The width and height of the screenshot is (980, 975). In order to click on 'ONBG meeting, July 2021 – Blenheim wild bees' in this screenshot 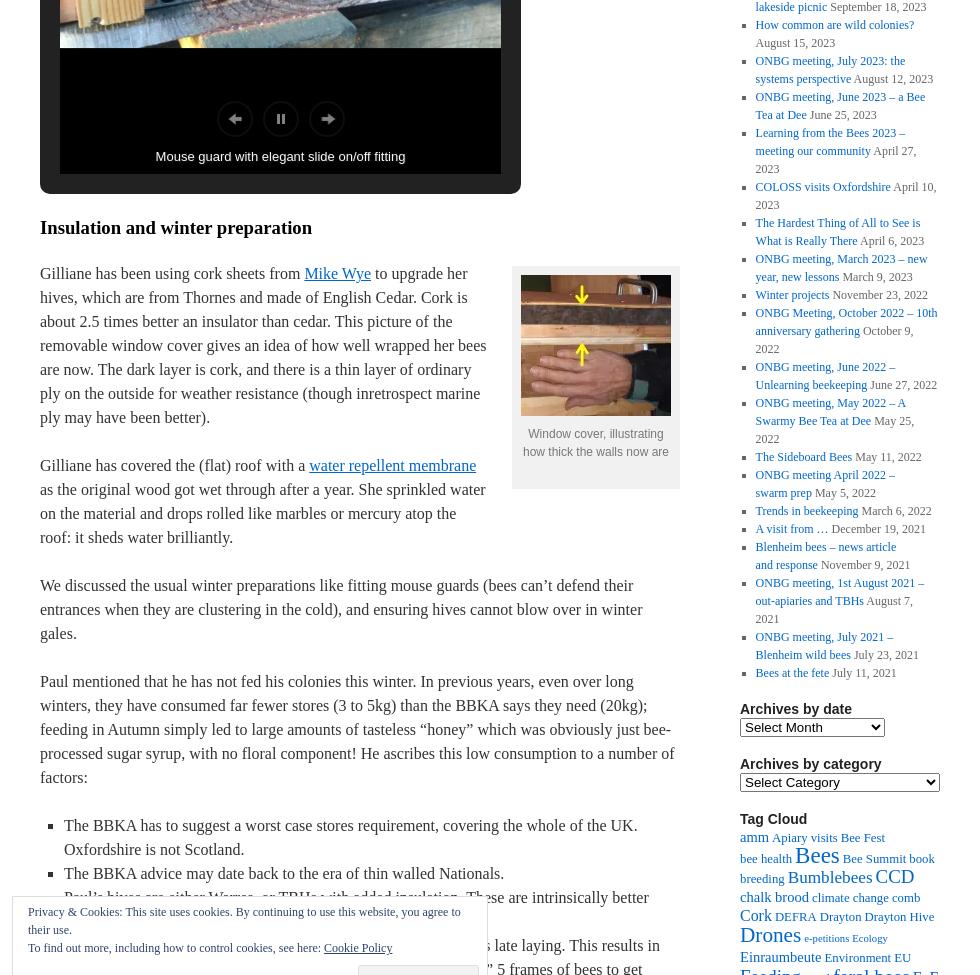, I will do `click(823, 646)`.